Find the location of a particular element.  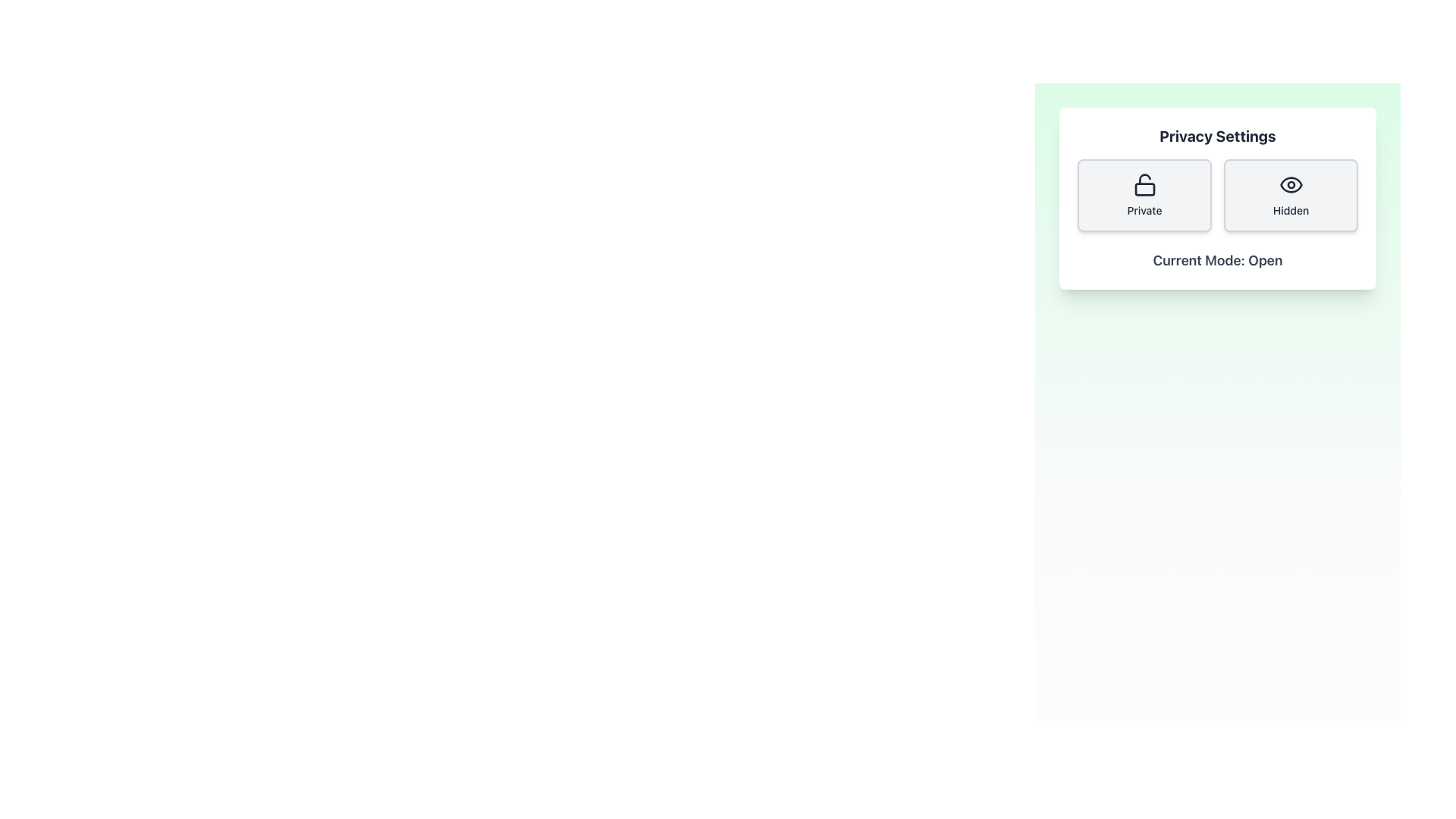

the text label 'Private' that indicates the privacy setting option is located at coordinates (1144, 210).